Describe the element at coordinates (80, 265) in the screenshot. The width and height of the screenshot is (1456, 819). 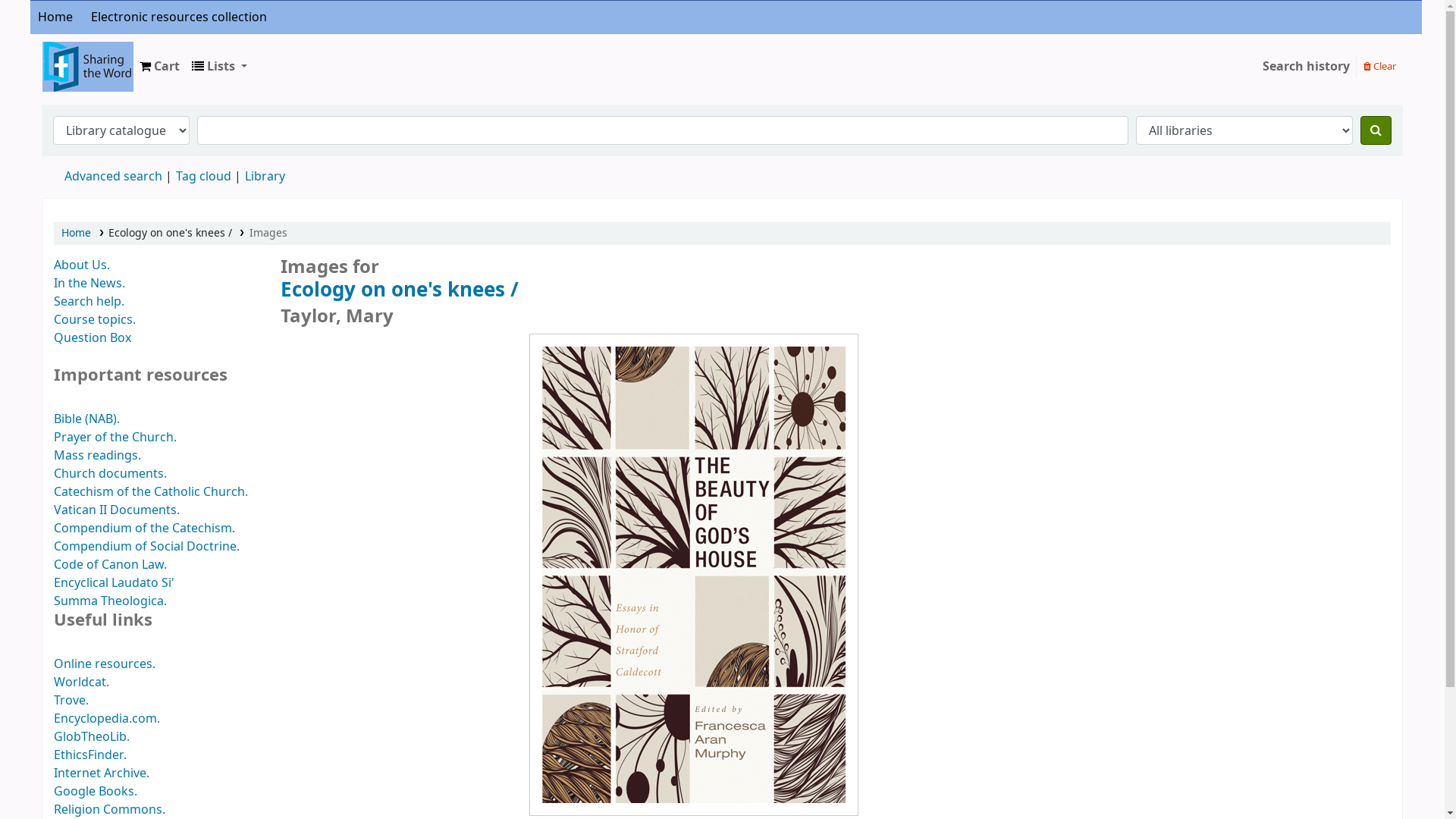
I see `'About Us.'` at that location.